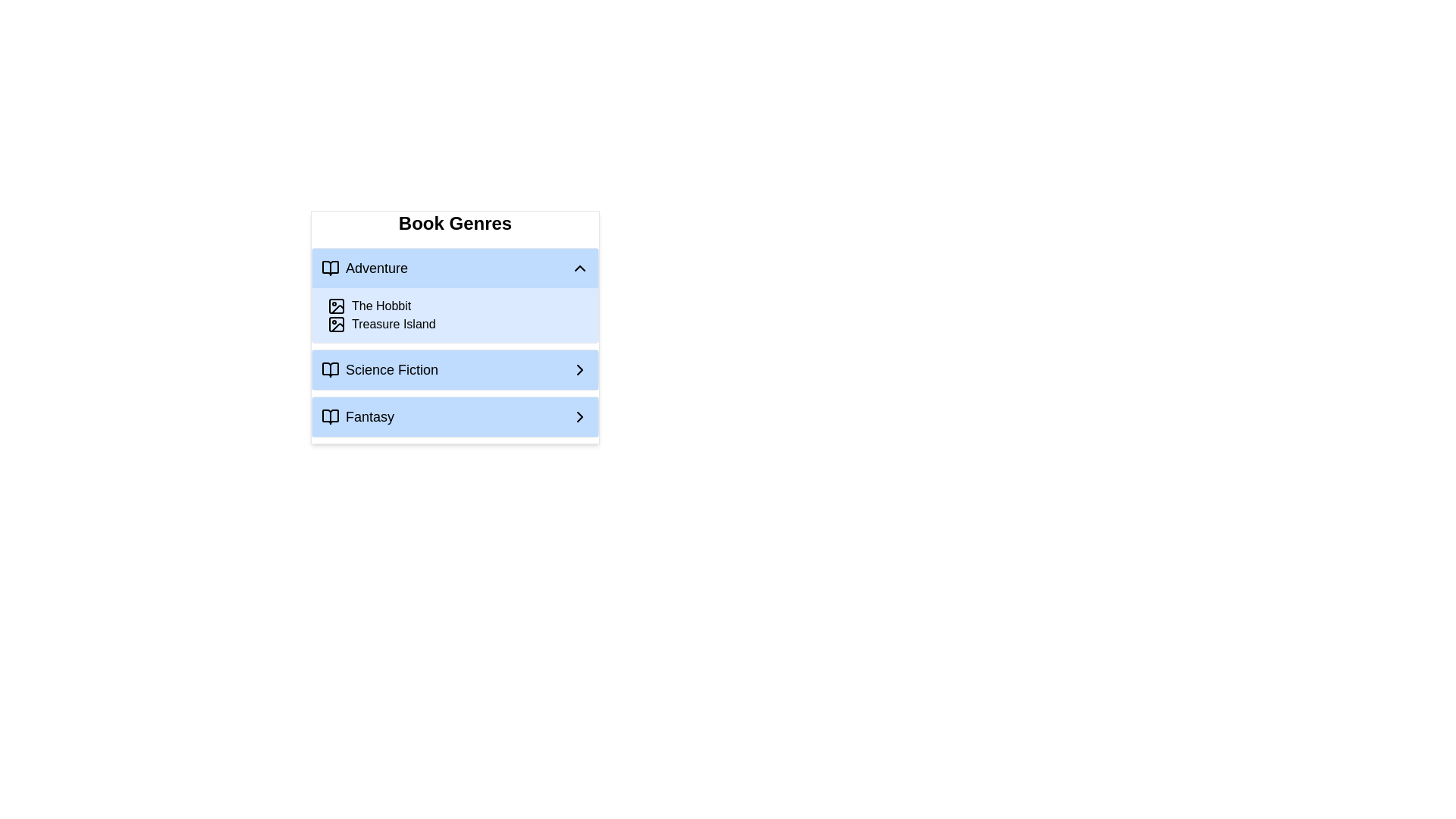 The width and height of the screenshot is (1456, 819). I want to click on the Text Label that serves as a header for a section or category, so click(364, 268).